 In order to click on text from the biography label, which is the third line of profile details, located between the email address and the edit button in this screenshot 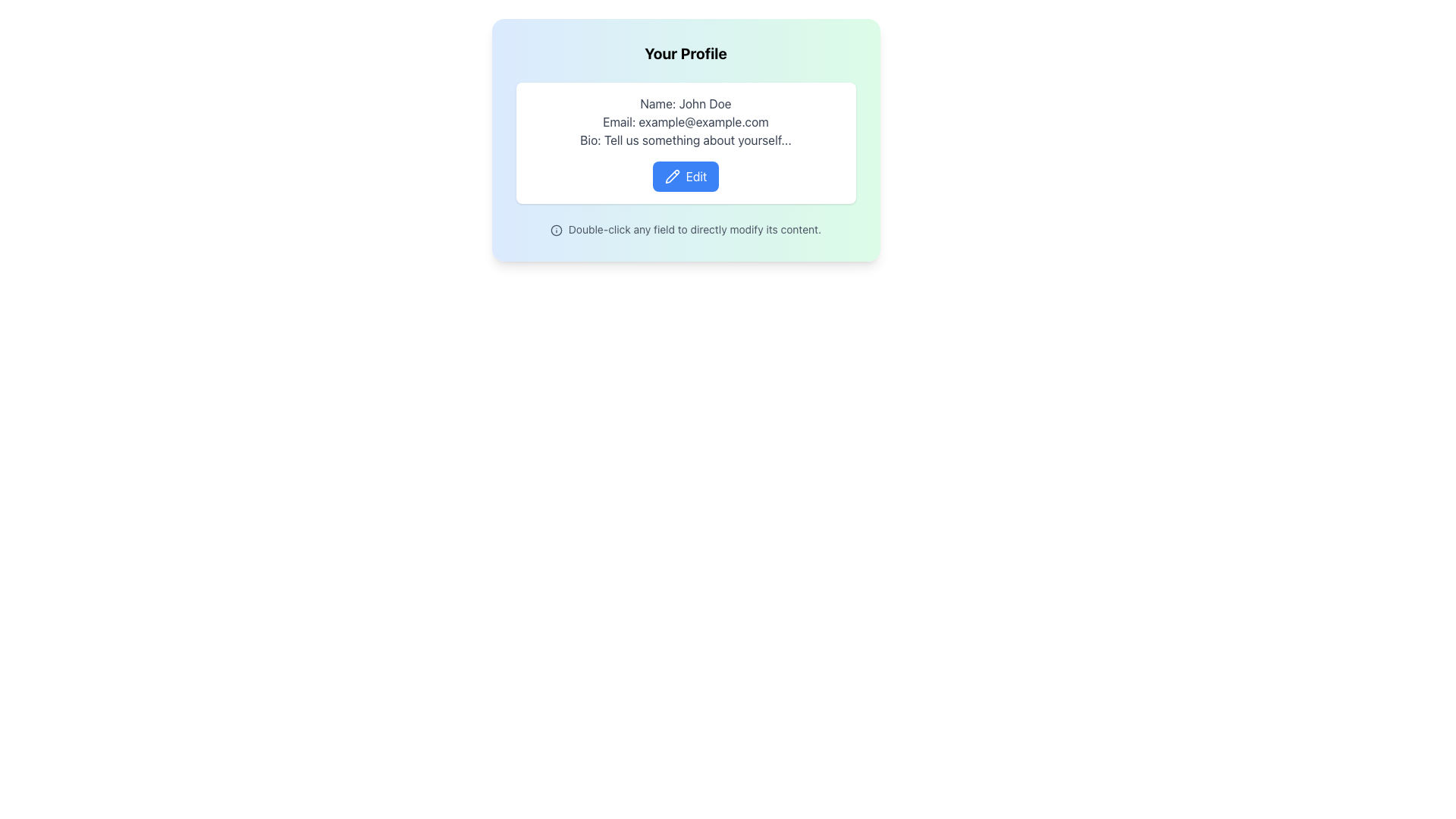, I will do `click(685, 140)`.